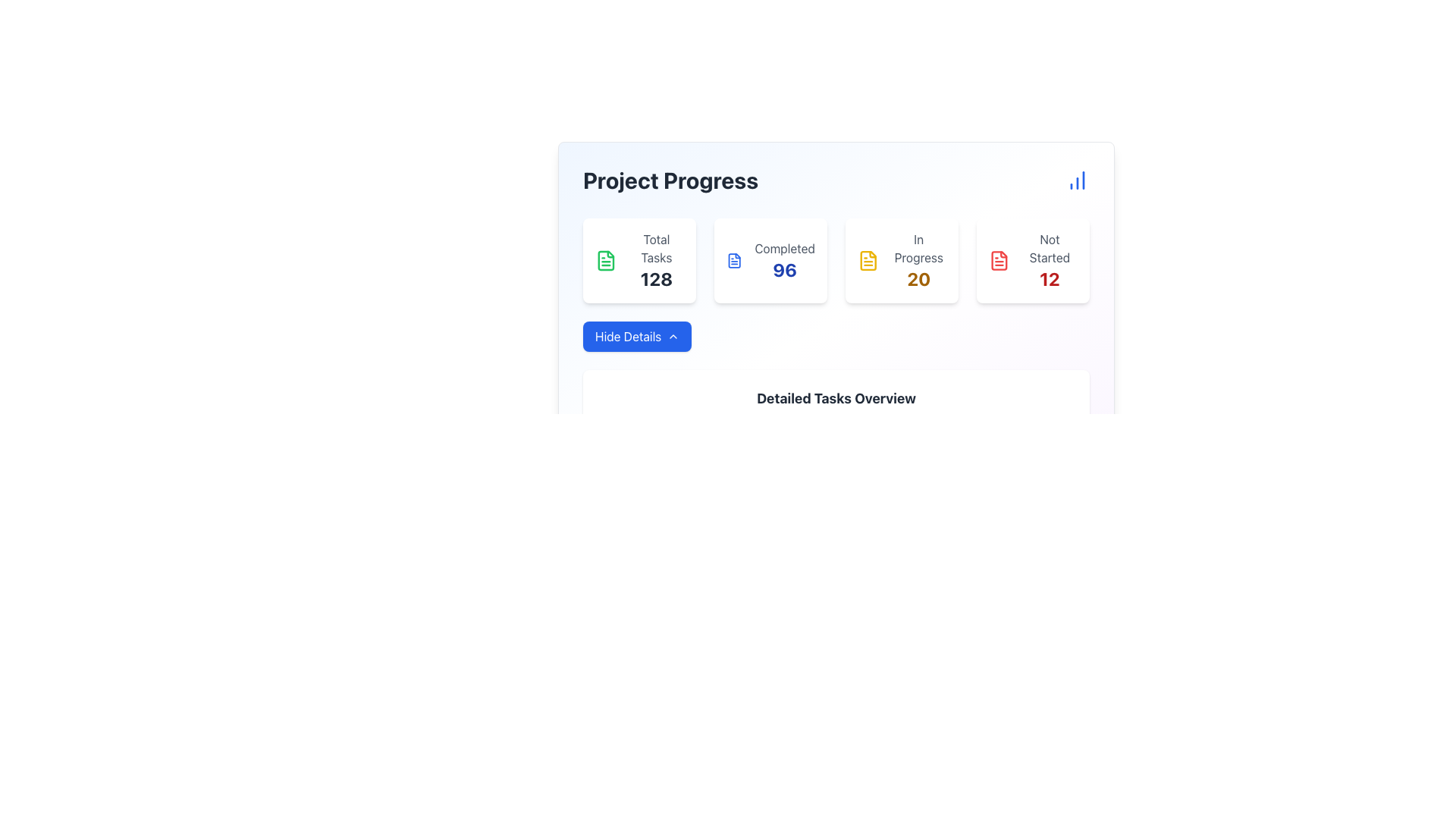  What do you see at coordinates (868, 259) in the screenshot?
I see `the 'In Progress' status icon located prominently to the left of the text '20' in the third column of the 'Project Progress' dashboard` at bounding box center [868, 259].